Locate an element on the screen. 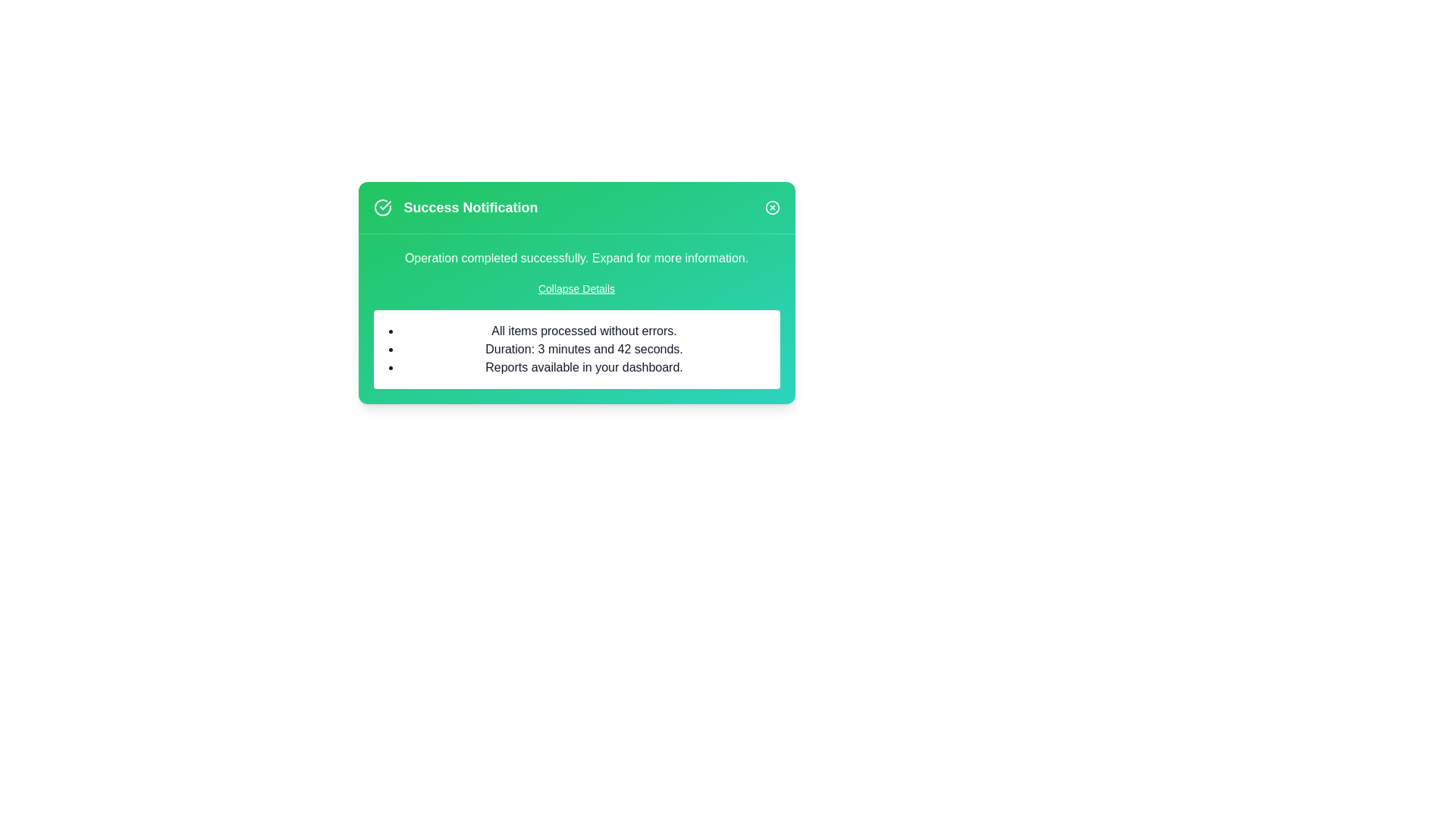 This screenshot has width=1456, height=819. the close icon to close the alert is located at coordinates (772, 207).